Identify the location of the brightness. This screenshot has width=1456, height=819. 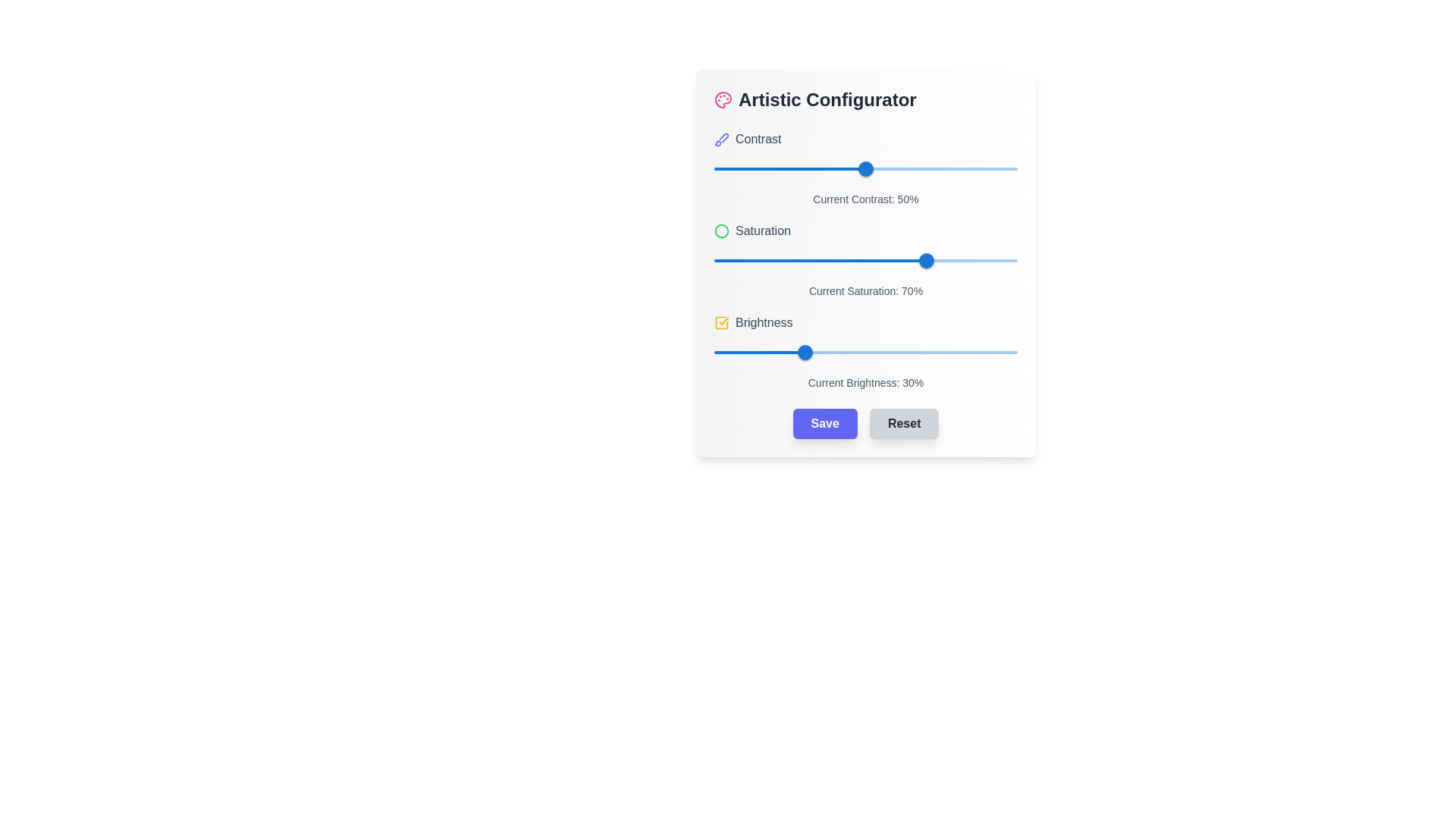
(856, 353).